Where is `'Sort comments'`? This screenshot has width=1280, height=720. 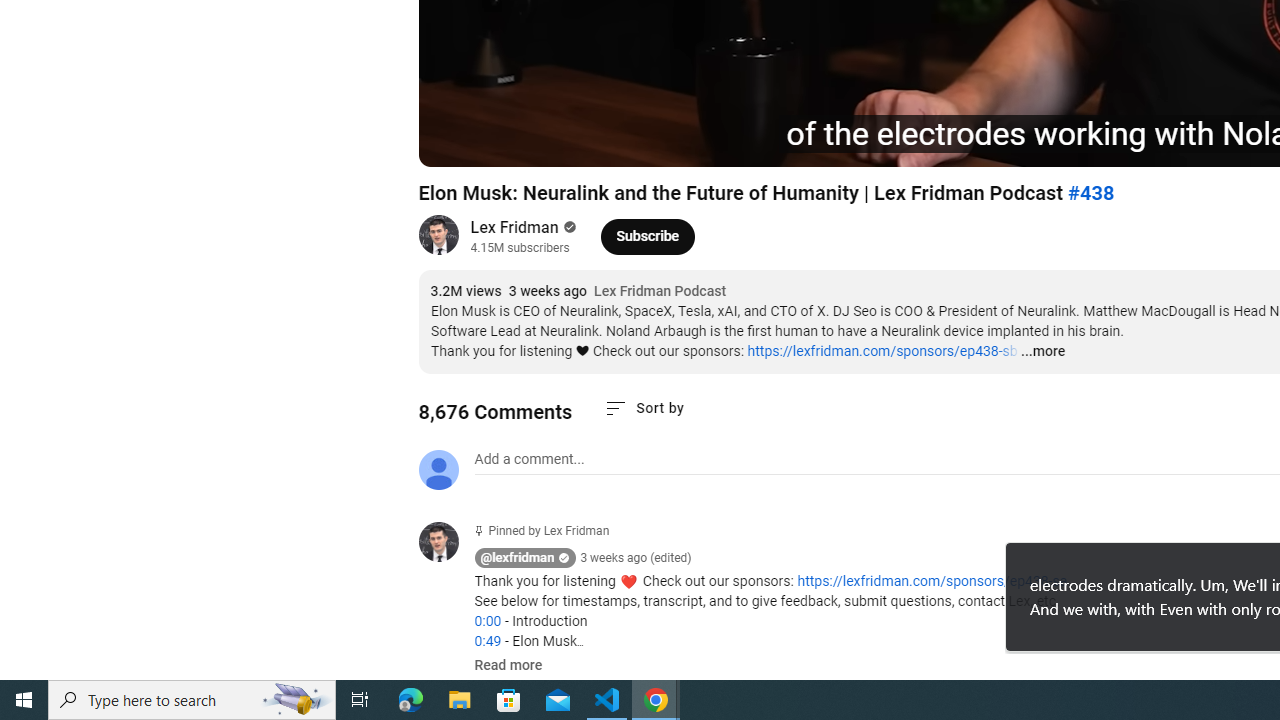 'Sort comments' is located at coordinates (644, 407).